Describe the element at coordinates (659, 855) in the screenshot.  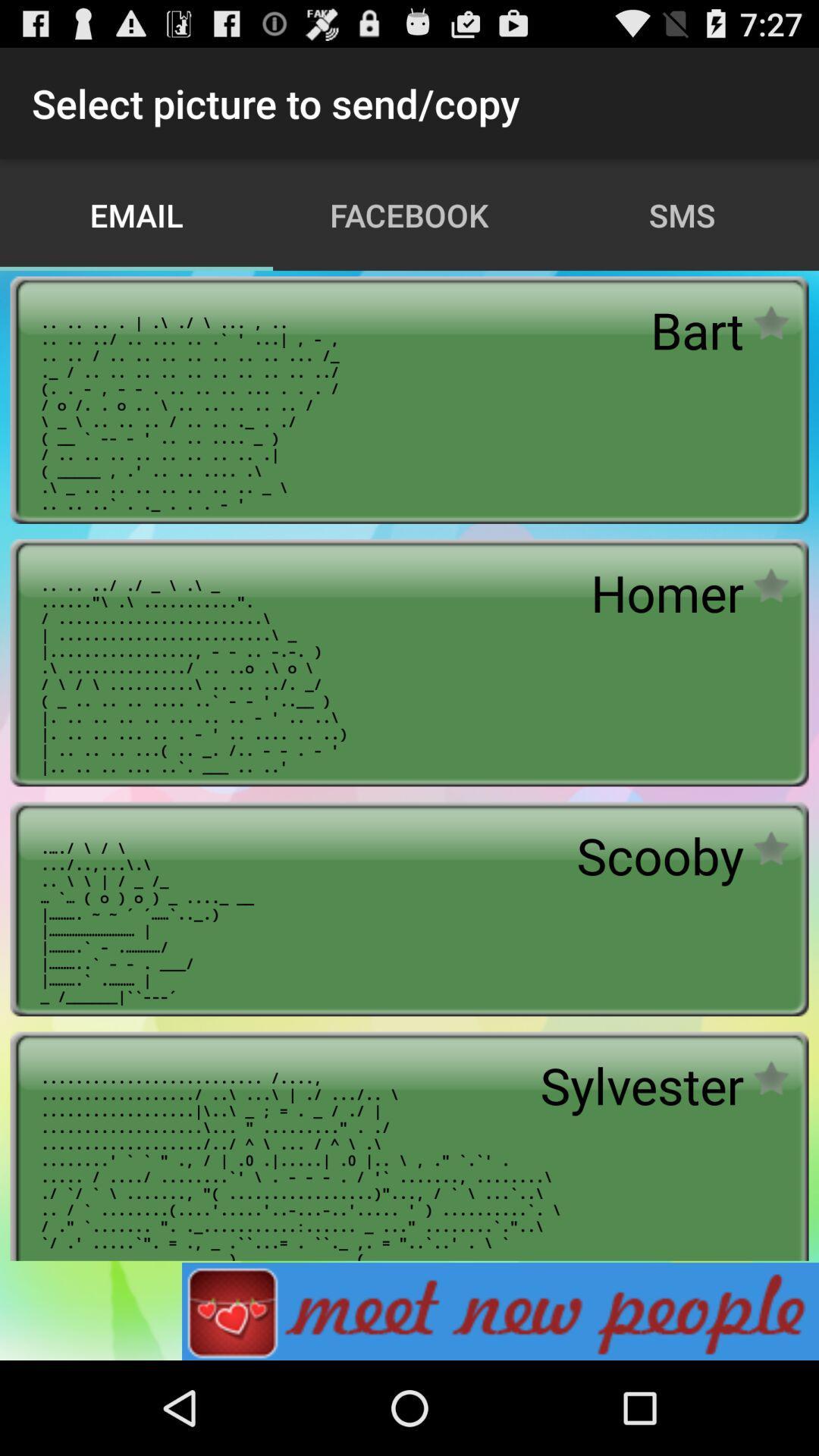
I see `the app above _ _ 0` at that location.